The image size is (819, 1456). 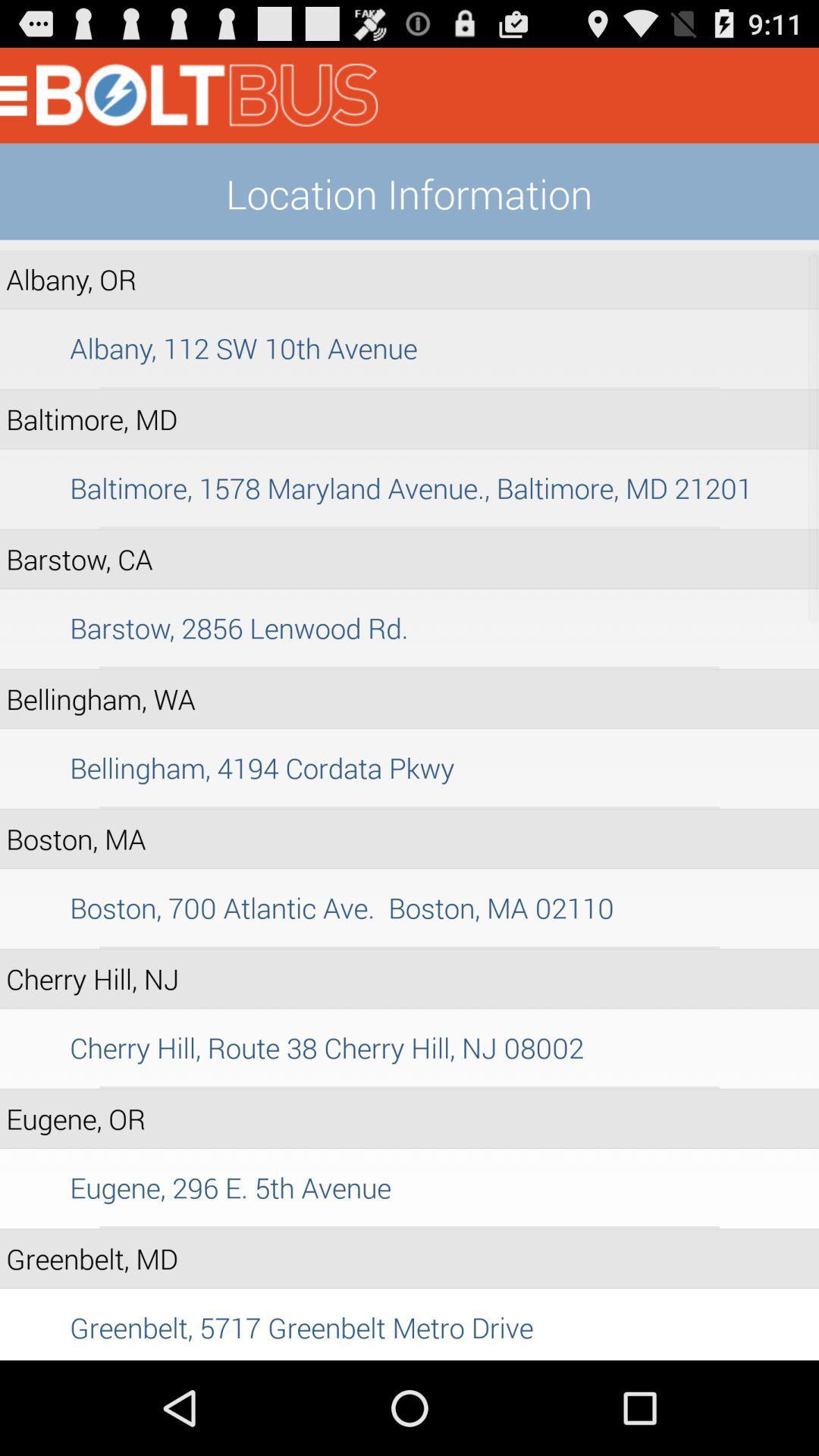 What do you see at coordinates (409, 388) in the screenshot?
I see `the item above baltimore, md item` at bounding box center [409, 388].